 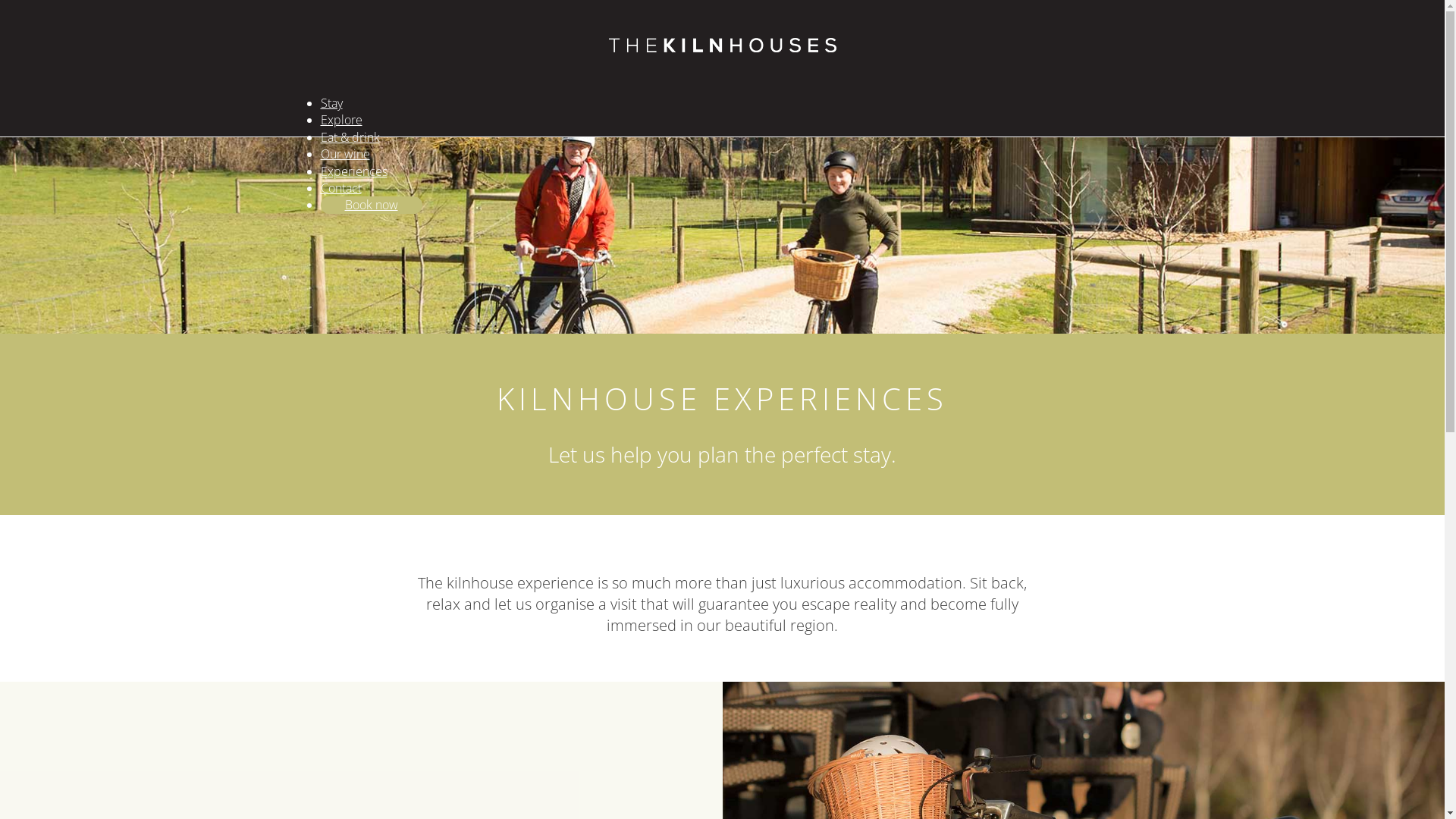 What do you see at coordinates (319, 119) in the screenshot?
I see `'Explore'` at bounding box center [319, 119].